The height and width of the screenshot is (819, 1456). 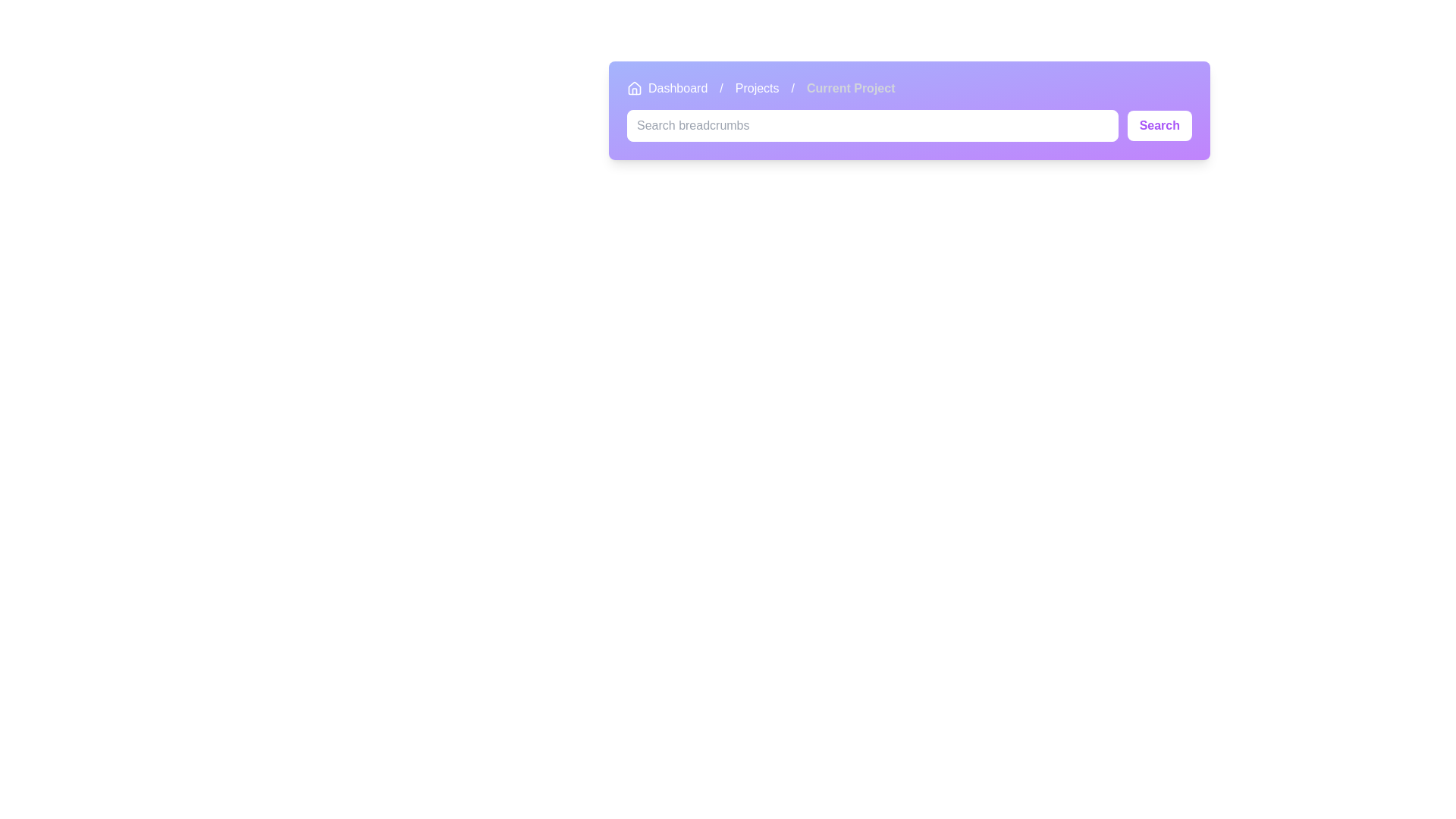 I want to click on the breadcrumb navigation area of the composite navigation and action bar, which is visually characterized by its gradient background and includes a search input field and button, so click(x=909, y=110).